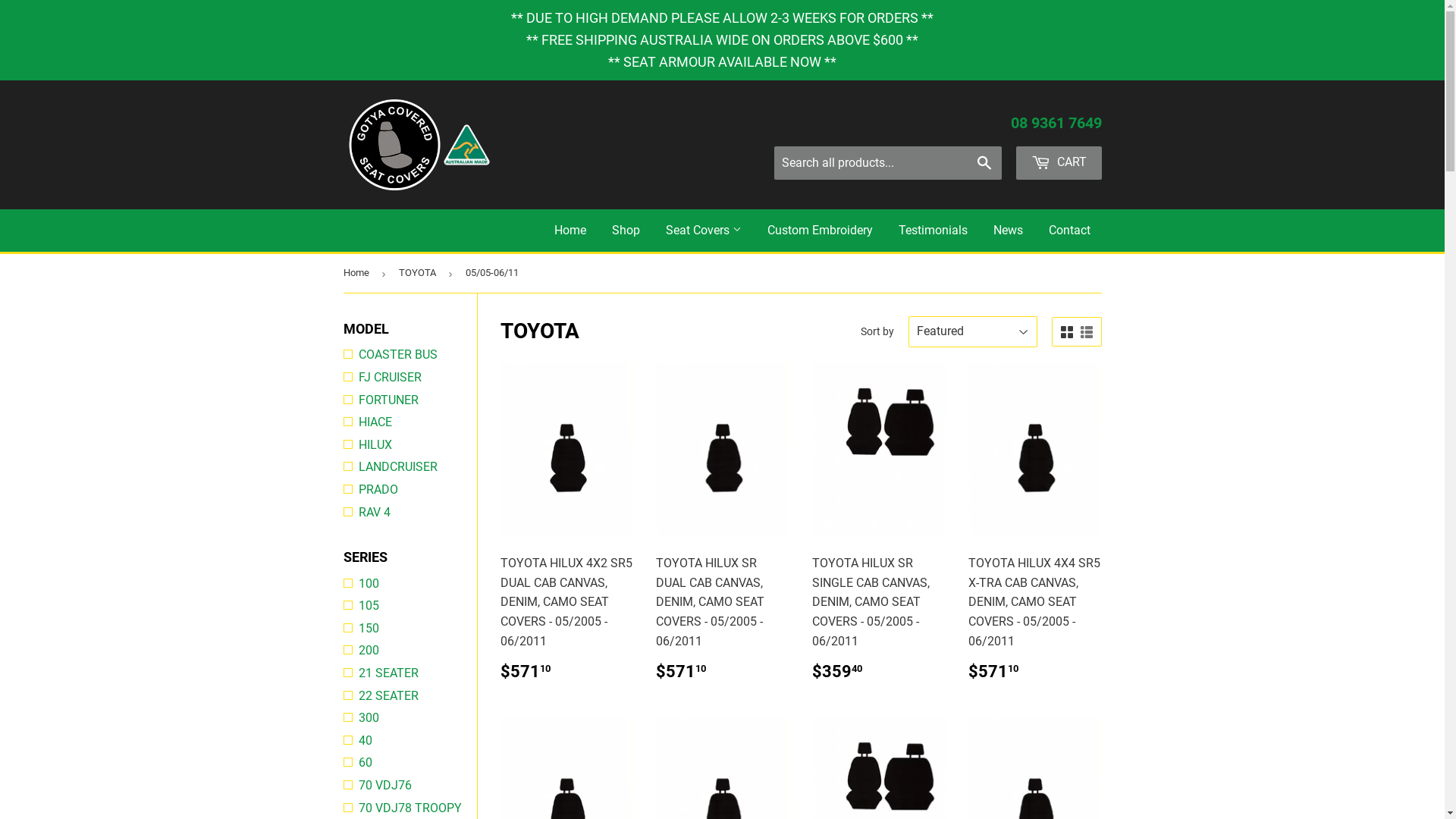 This screenshot has height=819, width=1456. I want to click on 'TOYOTA', so click(419, 273).